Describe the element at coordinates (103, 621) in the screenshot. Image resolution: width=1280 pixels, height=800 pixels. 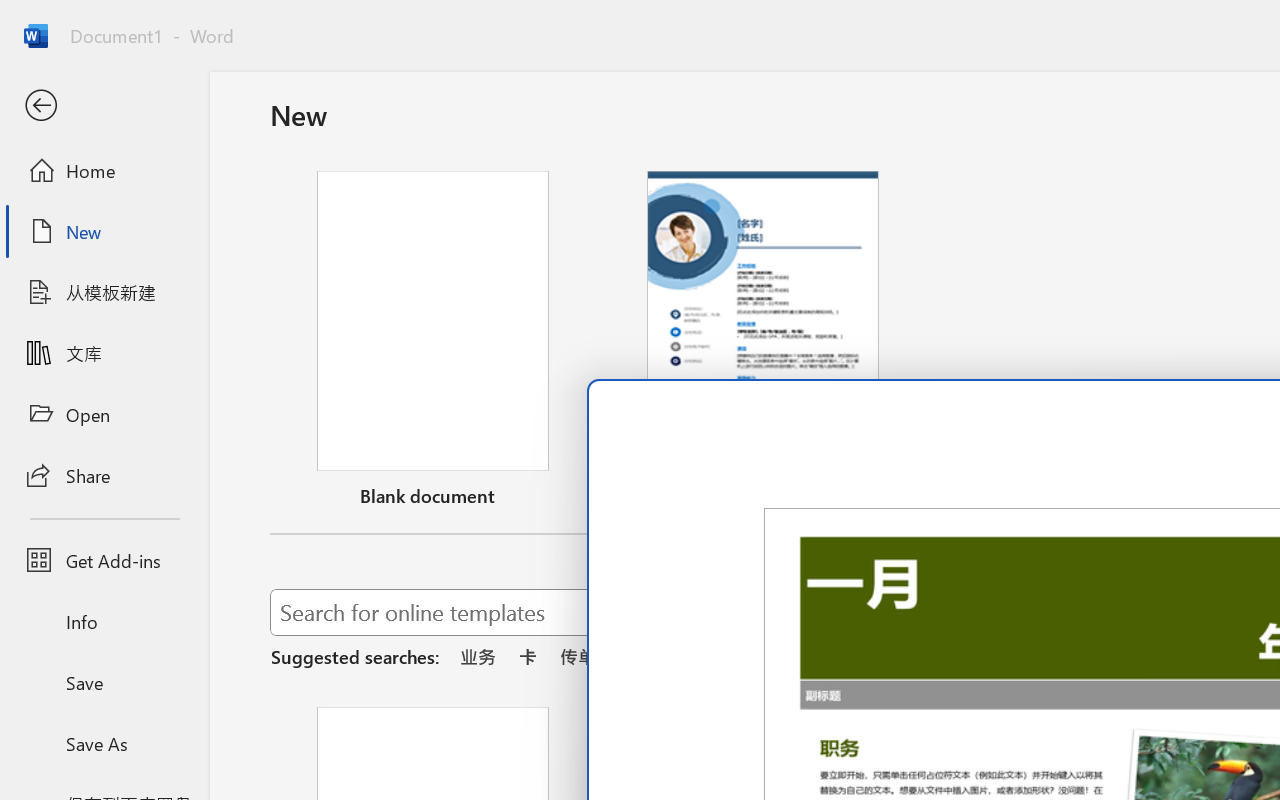
I see `'Info'` at that location.